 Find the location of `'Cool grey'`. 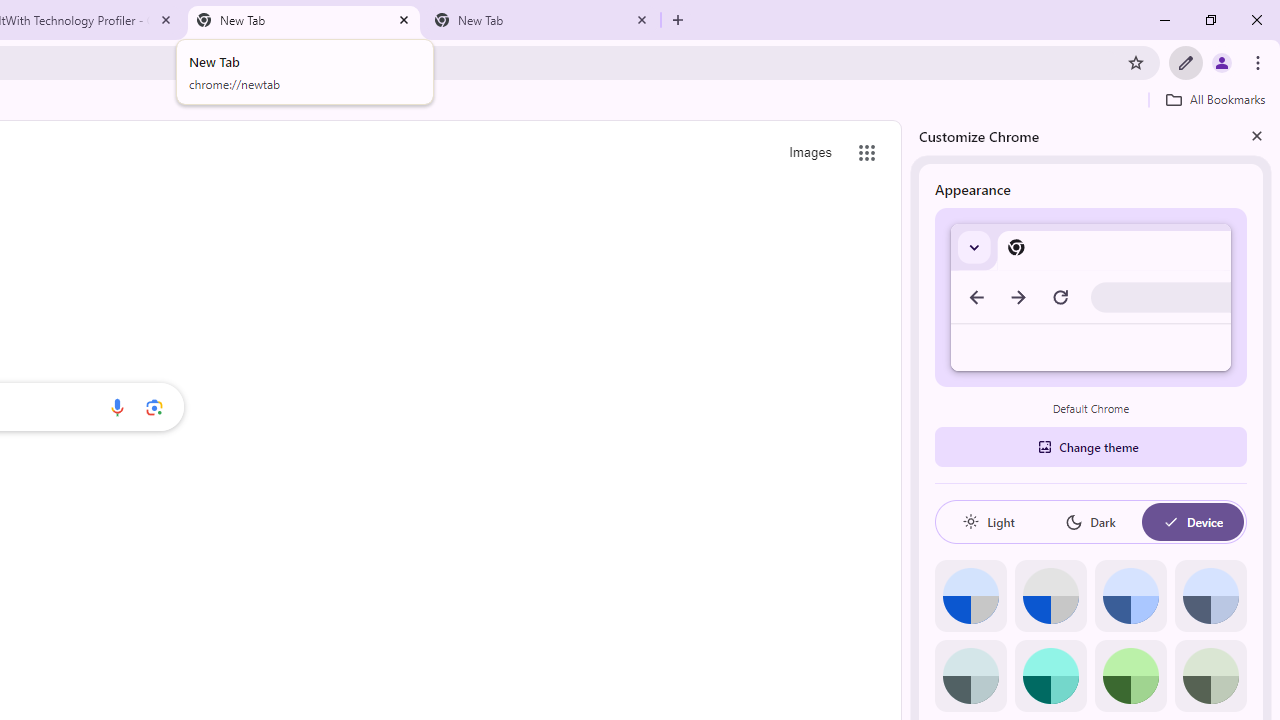

'Cool grey' is located at coordinates (1209, 595).